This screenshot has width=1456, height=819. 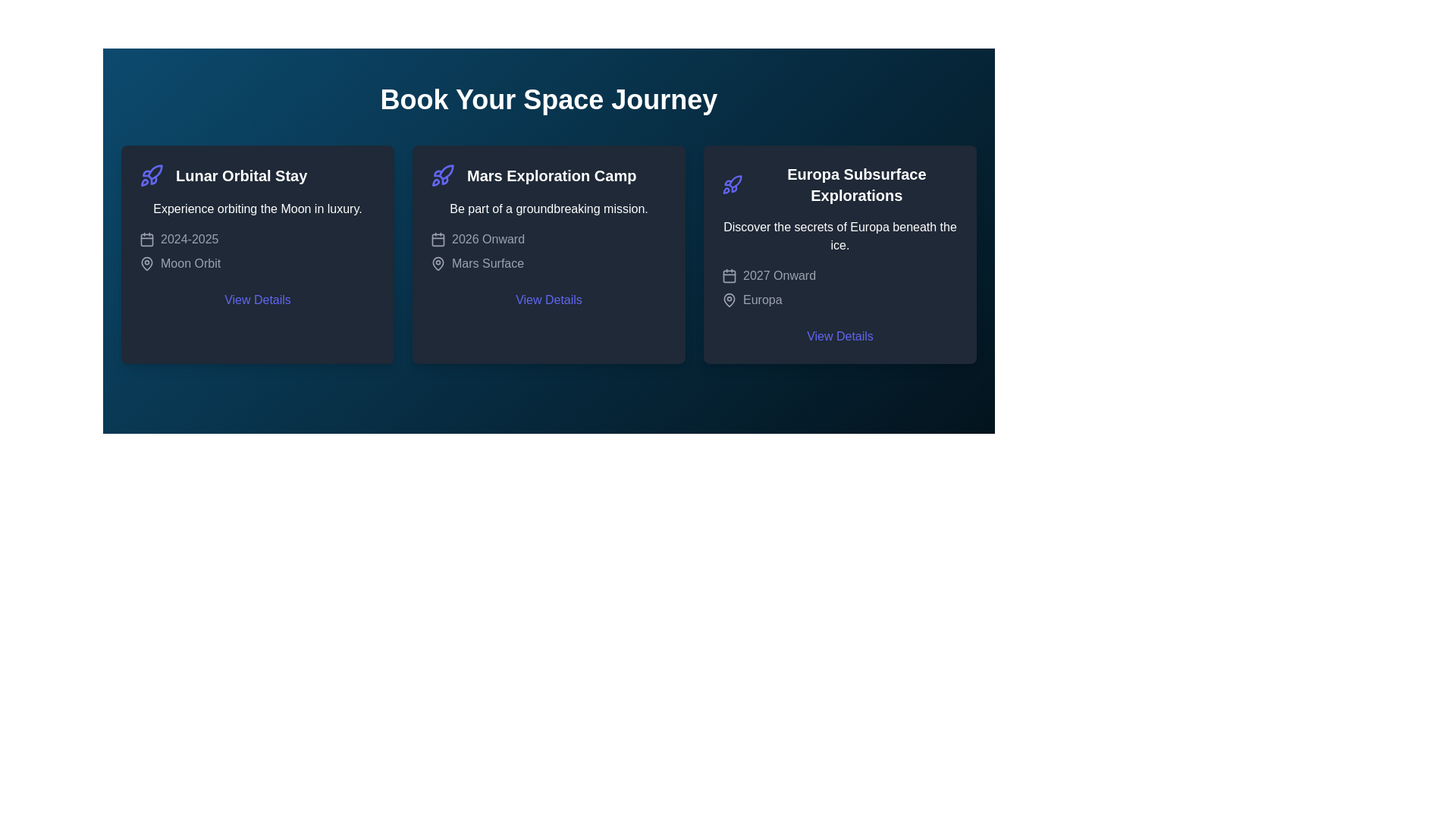 I want to click on the calendar icon located in the card labeled 'Europa Subsurface Explorations', which is positioned immediately to the left of the text '2027 Onward' to visually associate with date-related information, so click(x=729, y=275).